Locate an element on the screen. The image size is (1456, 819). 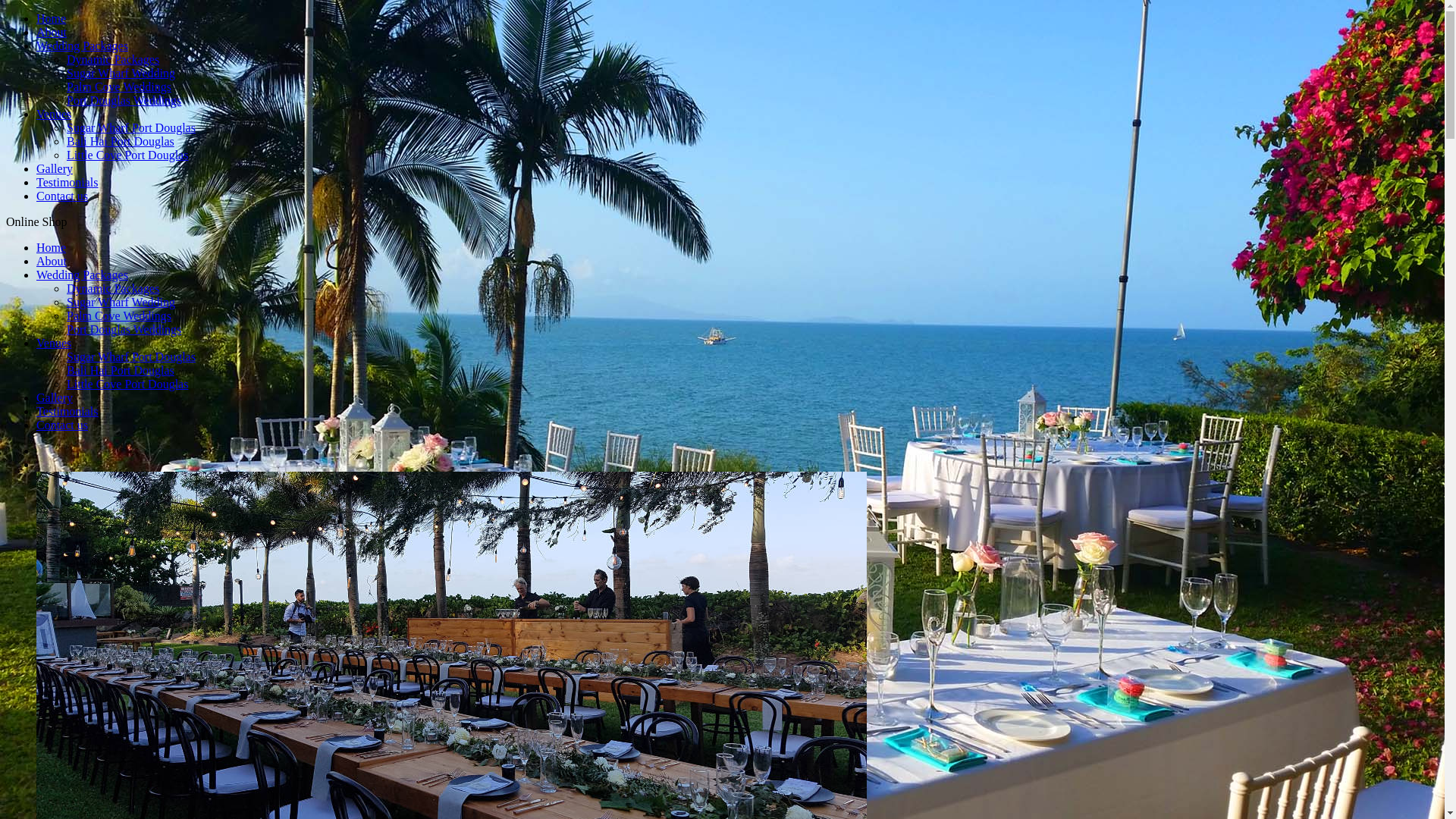
'Little Cove Port Douglas' is located at coordinates (127, 383).